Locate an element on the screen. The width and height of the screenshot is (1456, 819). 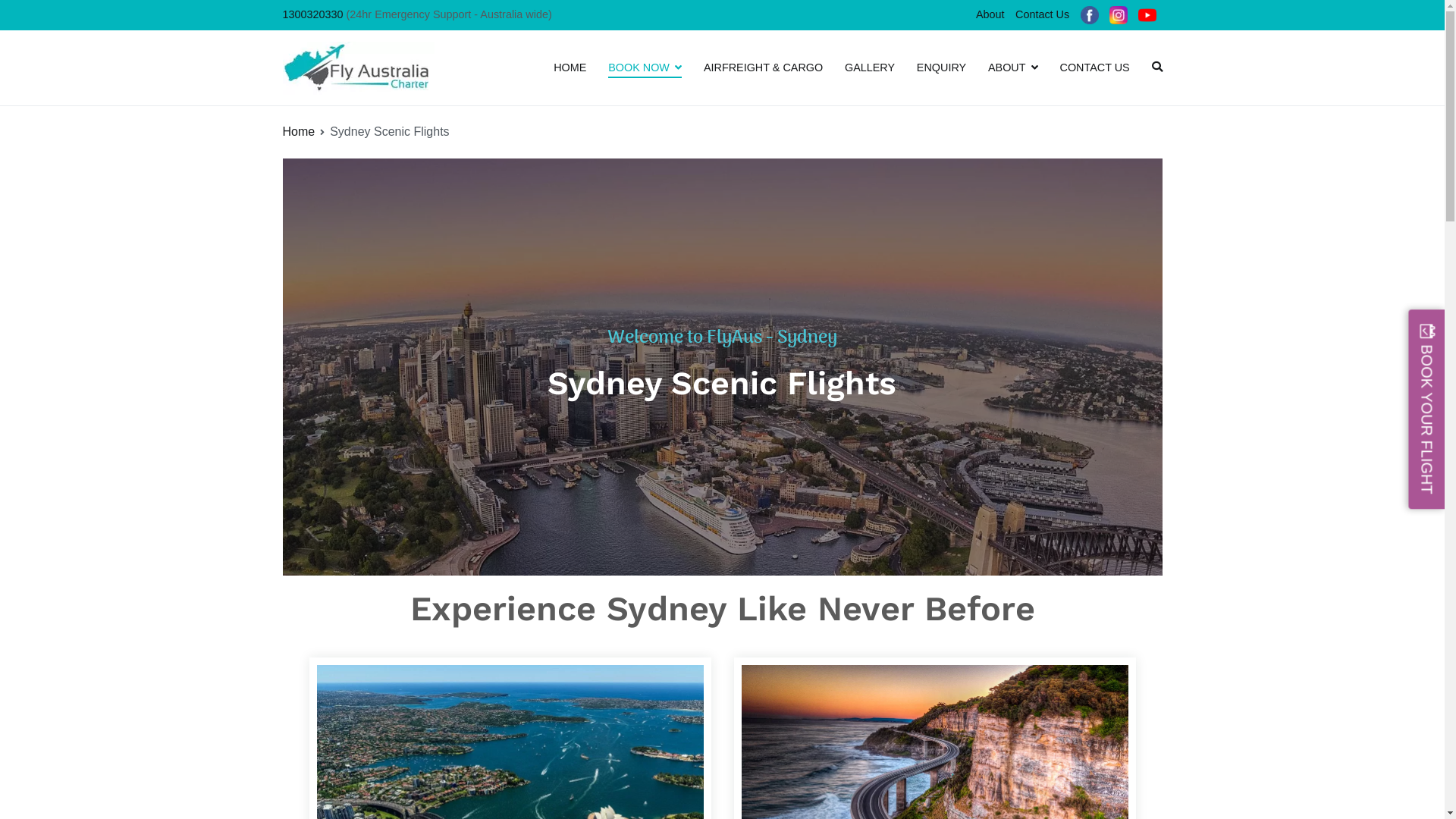
'BOOK NOW' is located at coordinates (645, 67).